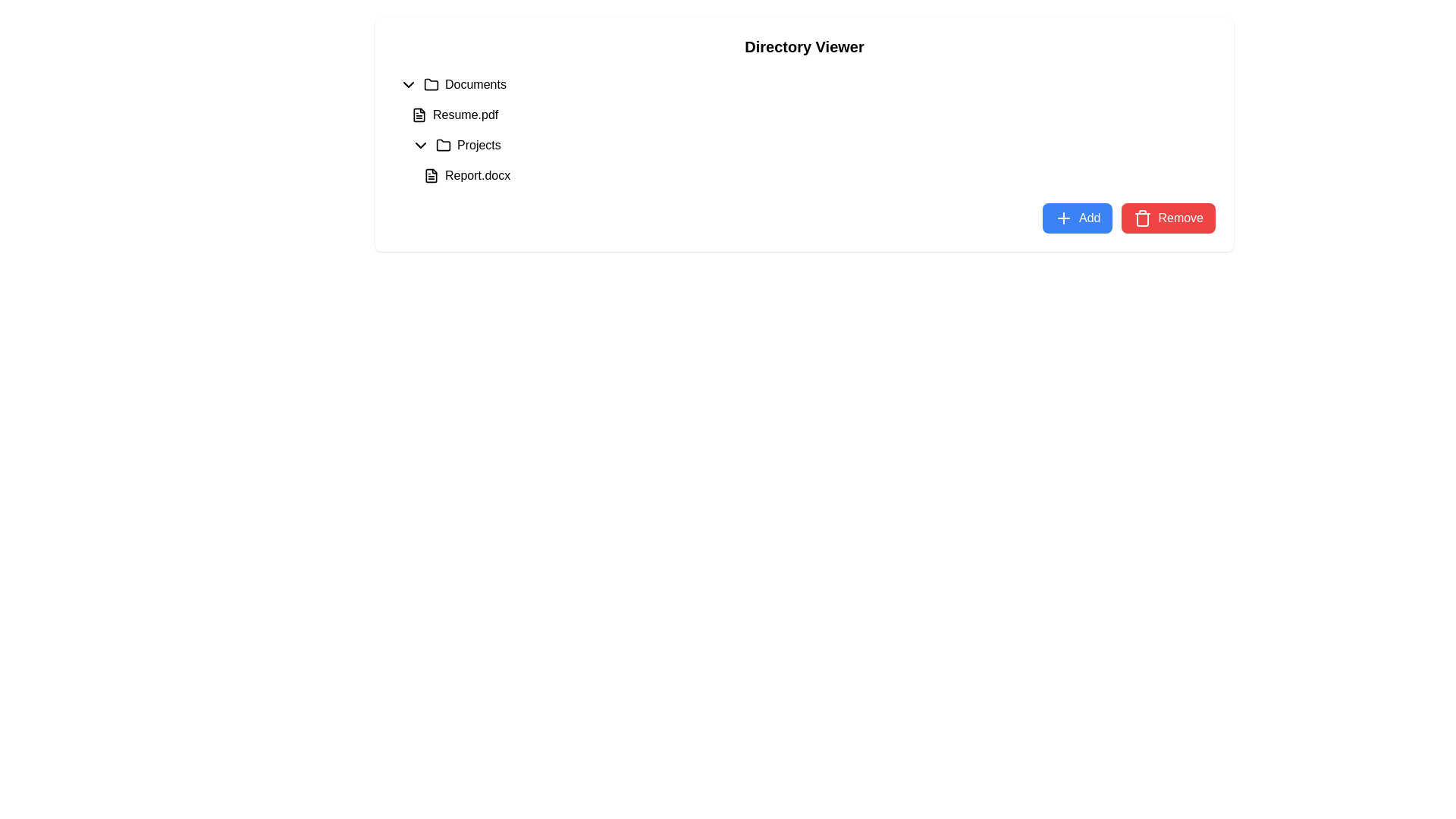 This screenshot has height=819, width=1456. Describe the element at coordinates (475, 84) in the screenshot. I see `the 'Documents' text label, which is displayed in bold font and located to the right of a folder icon, aligned with an arrow indicator` at that location.